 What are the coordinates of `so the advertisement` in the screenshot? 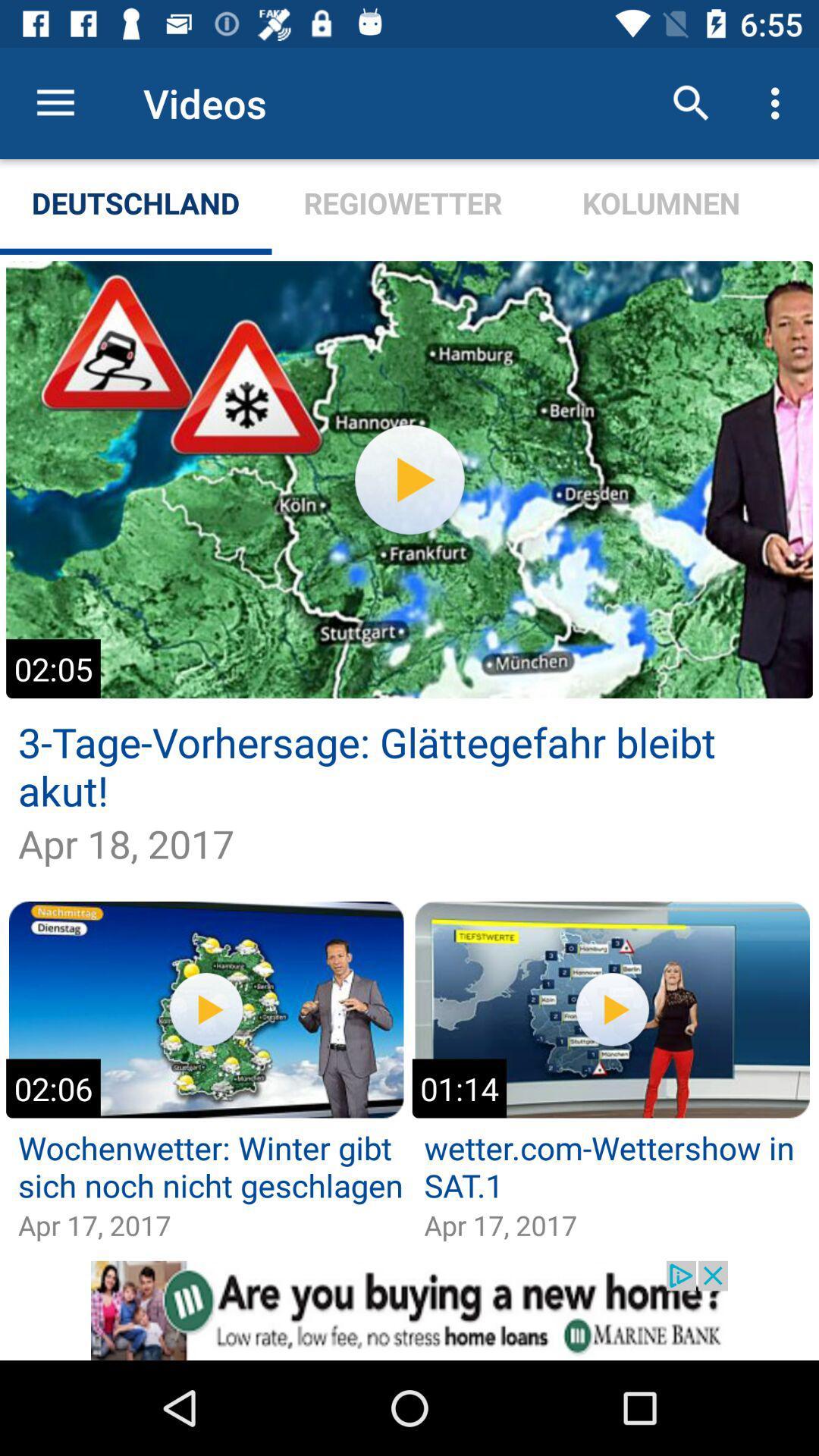 It's located at (409, 1310).